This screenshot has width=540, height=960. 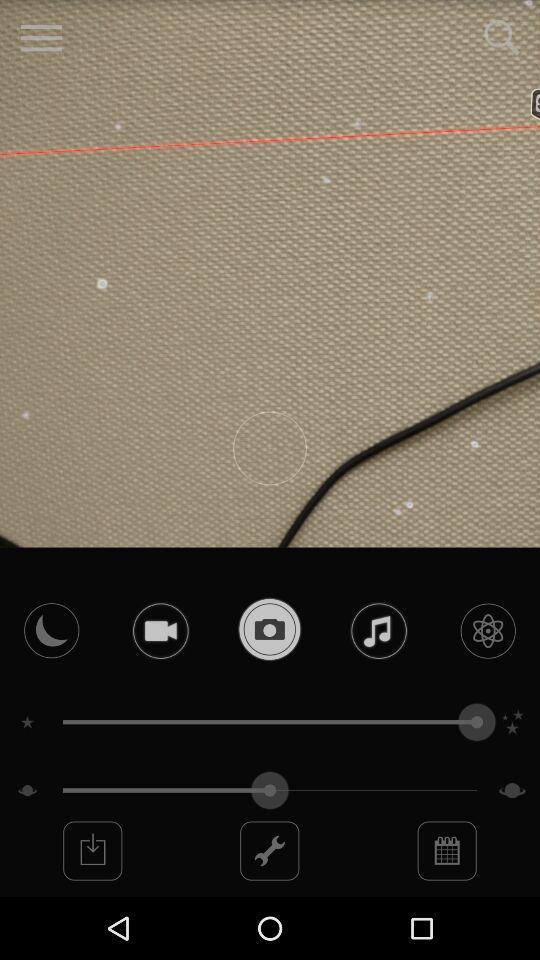 What do you see at coordinates (487, 675) in the screenshot?
I see `the settings icon` at bounding box center [487, 675].